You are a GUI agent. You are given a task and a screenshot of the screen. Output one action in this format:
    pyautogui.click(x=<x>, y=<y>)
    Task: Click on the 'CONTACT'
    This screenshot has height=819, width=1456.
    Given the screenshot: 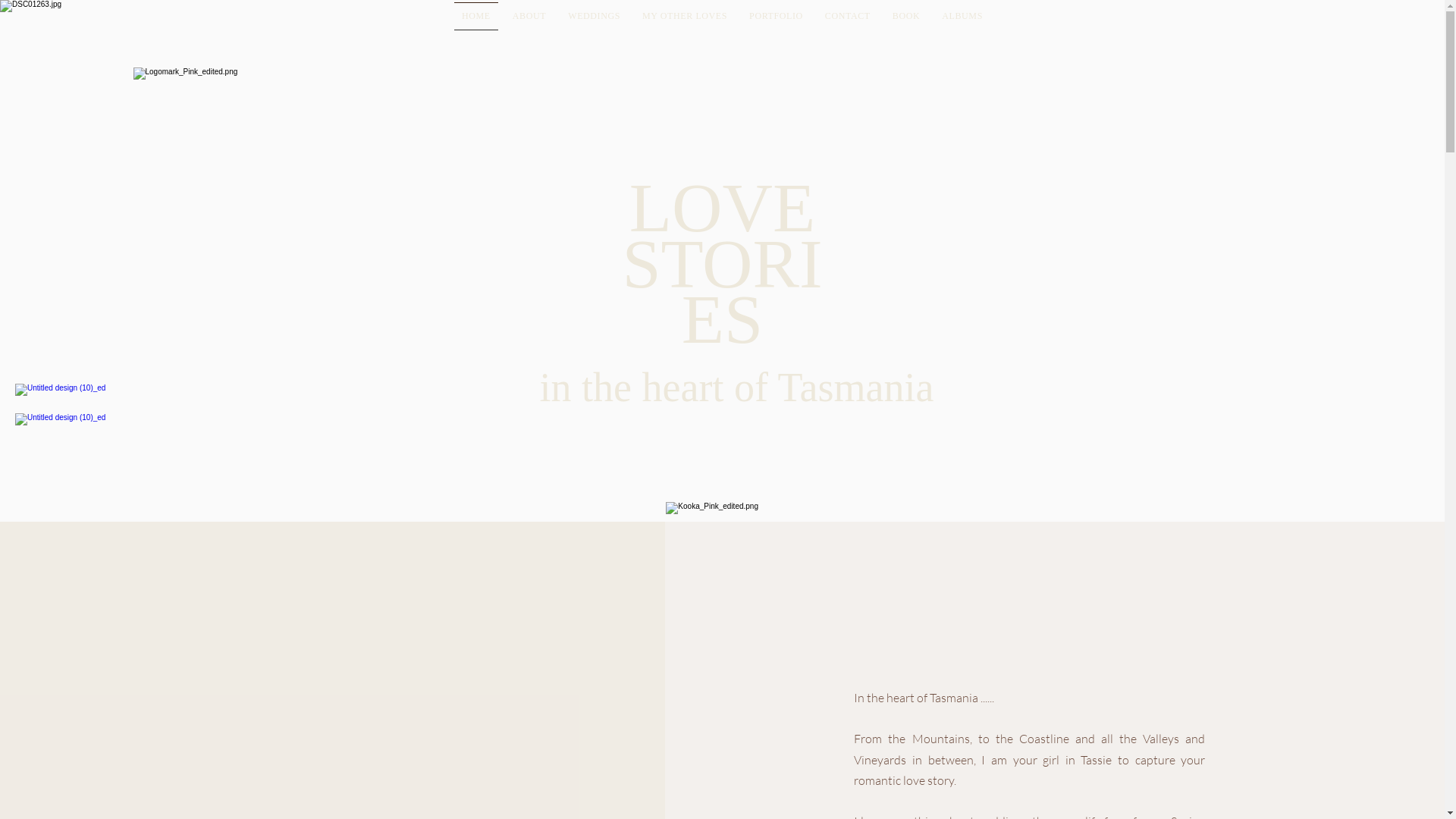 What is the action you would take?
    pyautogui.click(x=846, y=16)
    